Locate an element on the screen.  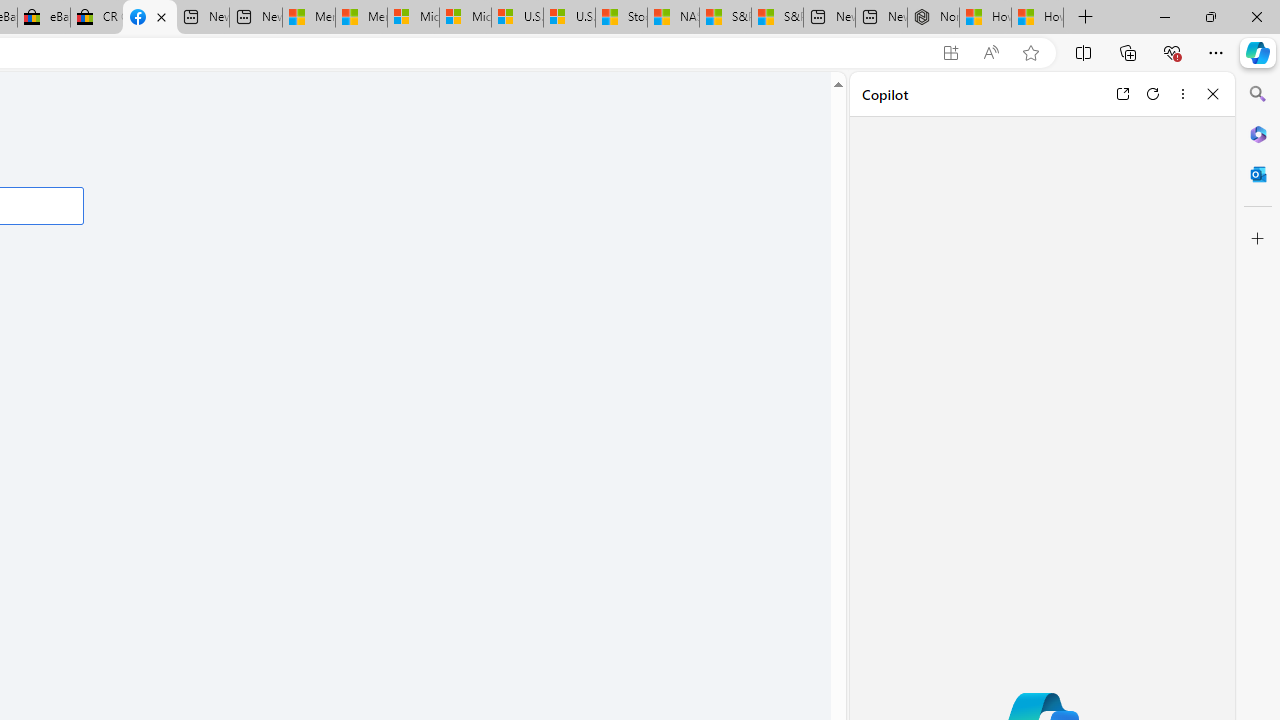
'S&P 500, Nasdaq end lower, weighed by Nvidia dip | Watch' is located at coordinates (775, 17).